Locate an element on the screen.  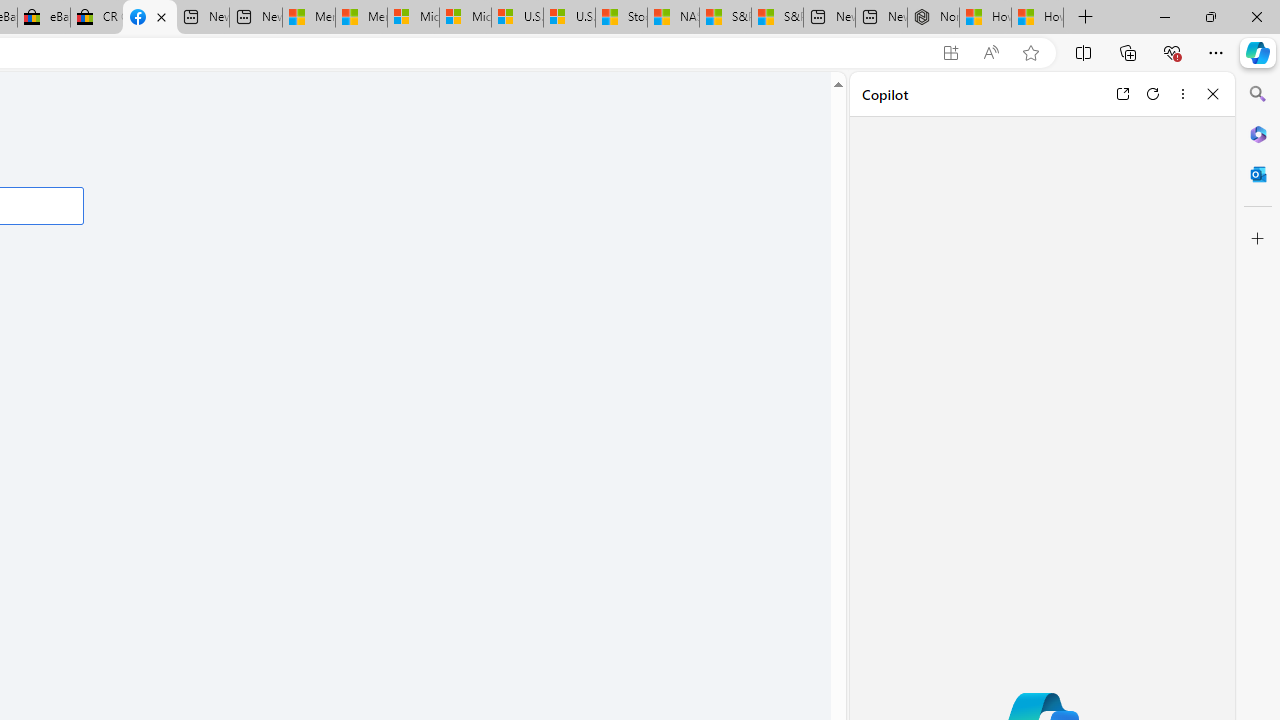
'S&P 500, Nasdaq end lower, weighed by Nvidia dip | Watch' is located at coordinates (775, 17).